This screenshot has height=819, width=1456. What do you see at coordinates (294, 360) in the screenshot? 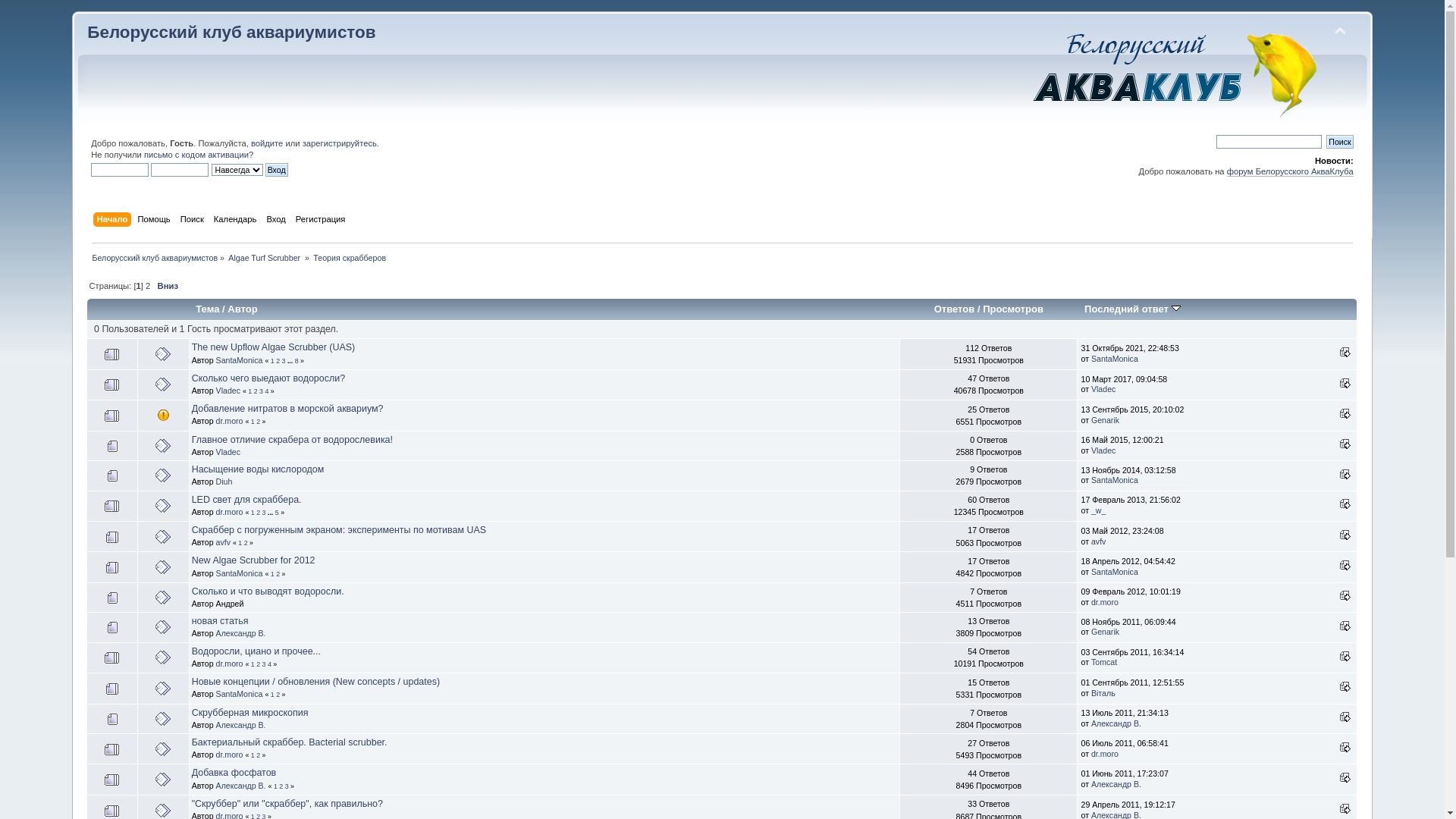
I see `'8'` at bounding box center [294, 360].